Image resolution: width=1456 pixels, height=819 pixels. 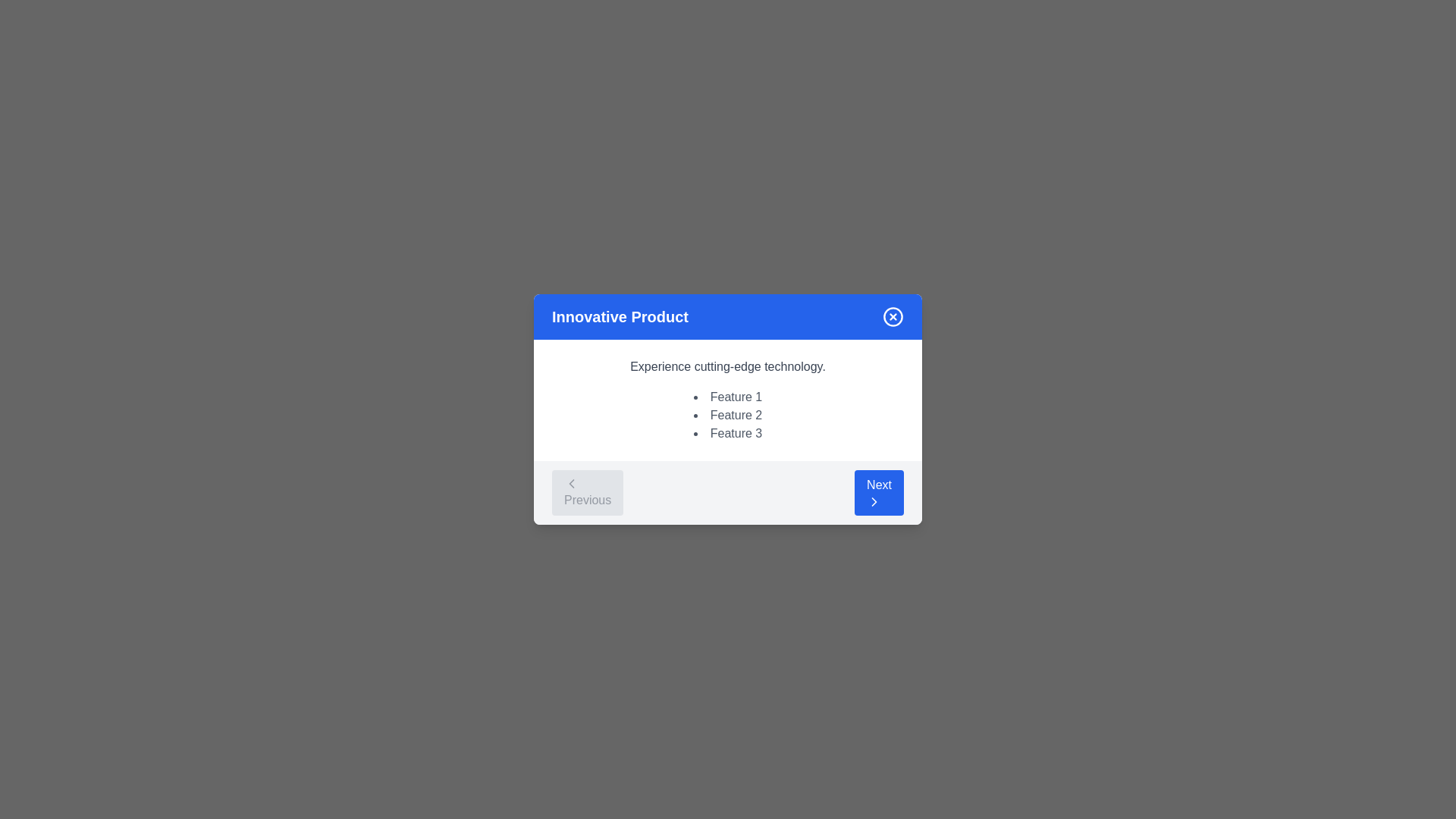 What do you see at coordinates (874, 502) in the screenshot?
I see `the forward action icon located inside the blue 'Next' button at the bottom-right of the modal dialog` at bounding box center [874, 502].